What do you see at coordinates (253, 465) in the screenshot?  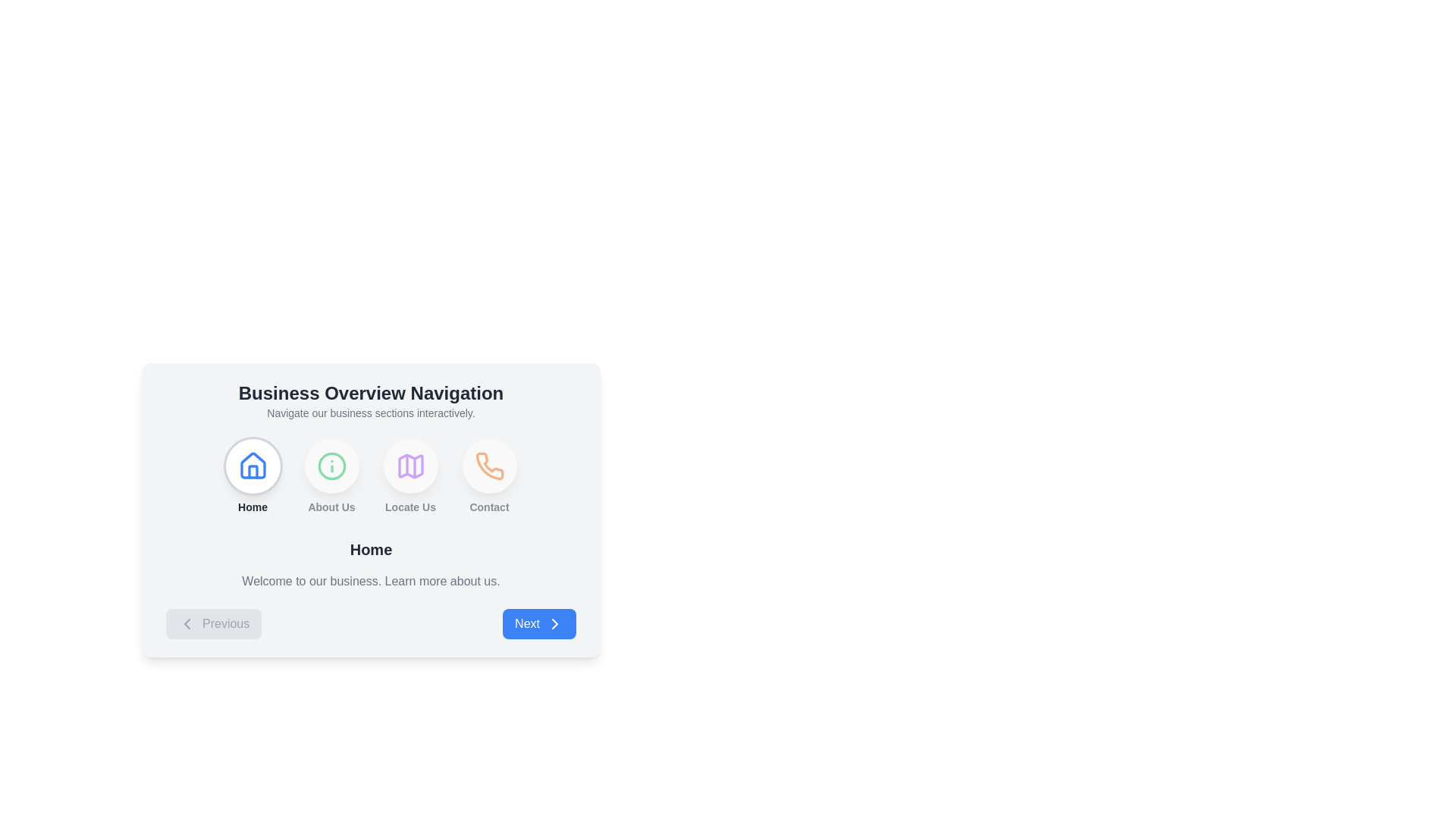 I see `the circular button with a white background and a blue house icon at its center` at bounding box center [253, 465].